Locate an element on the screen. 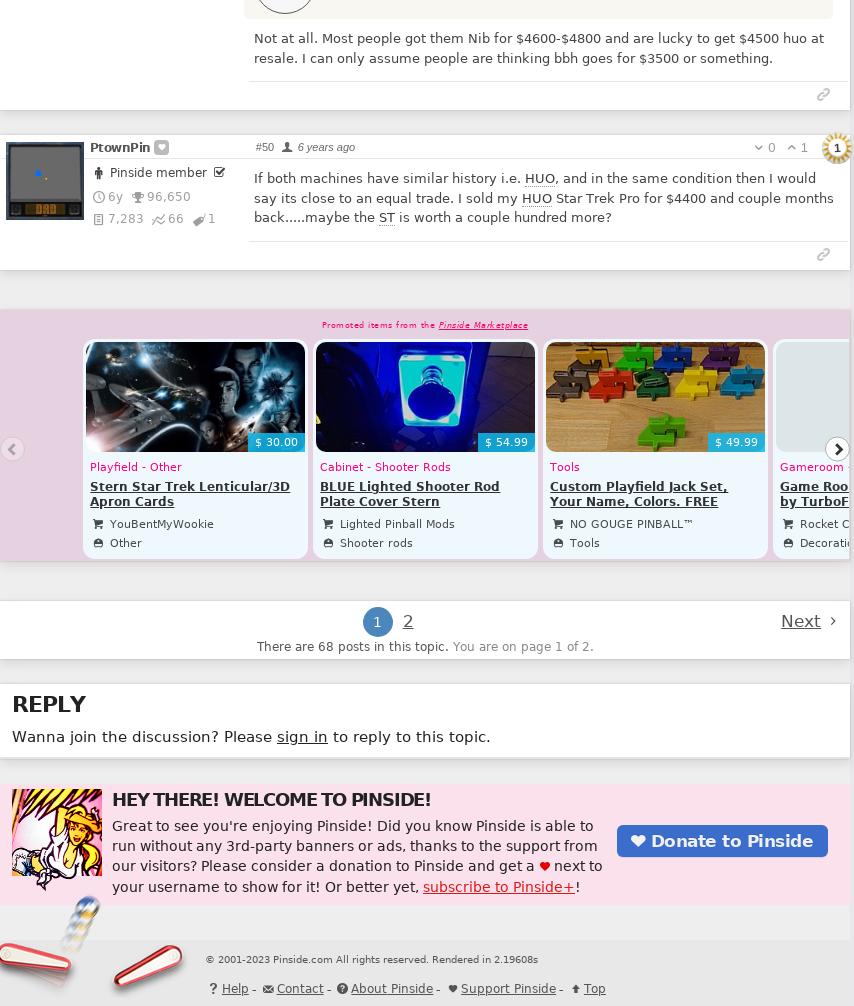 The image size is (854, 1006). 'If both machines have similar history i.e.' is located at coordinates (387, 178).